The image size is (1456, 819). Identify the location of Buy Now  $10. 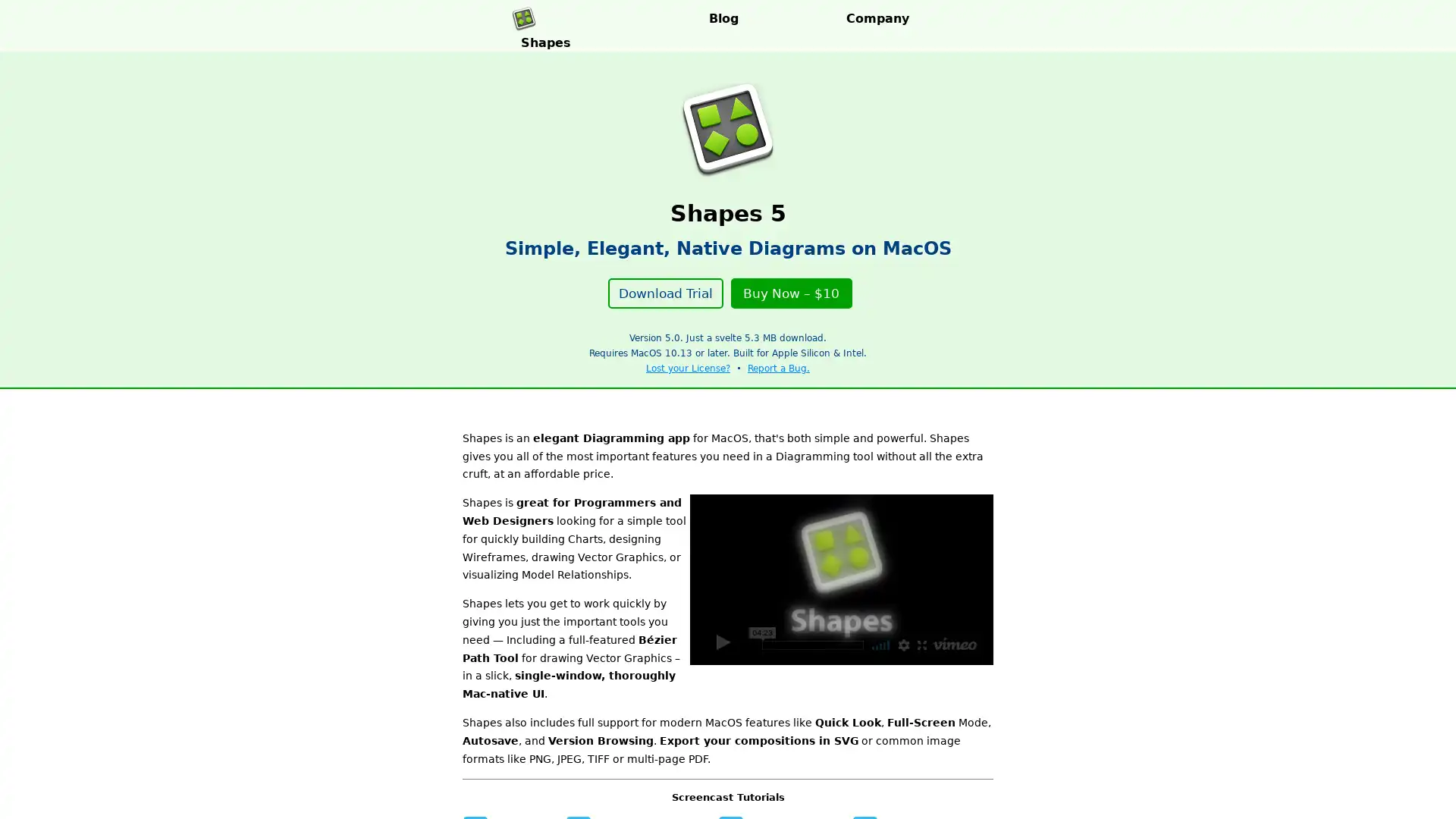
(789, 292).